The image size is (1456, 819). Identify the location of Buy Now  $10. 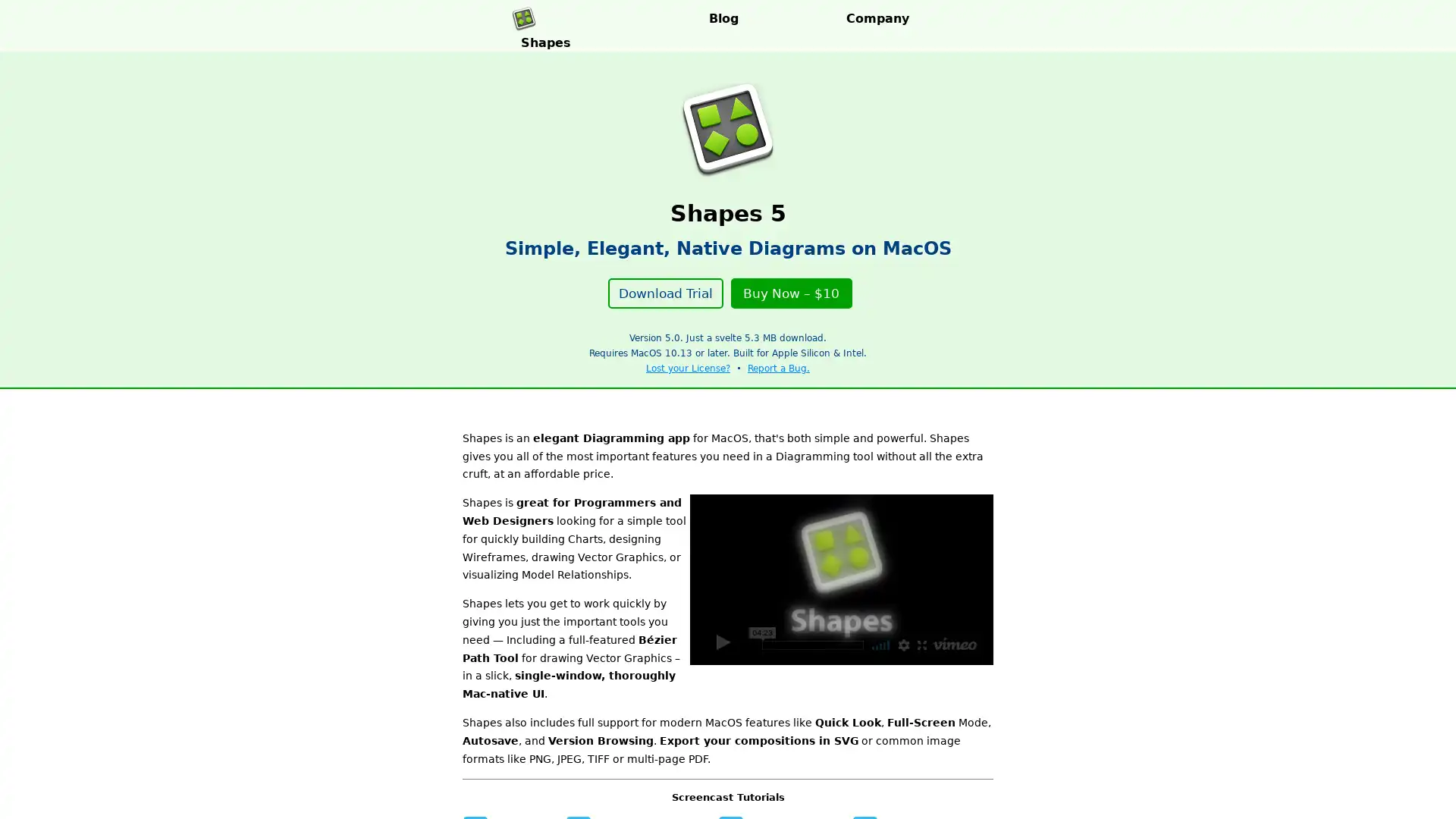
(789, 292).